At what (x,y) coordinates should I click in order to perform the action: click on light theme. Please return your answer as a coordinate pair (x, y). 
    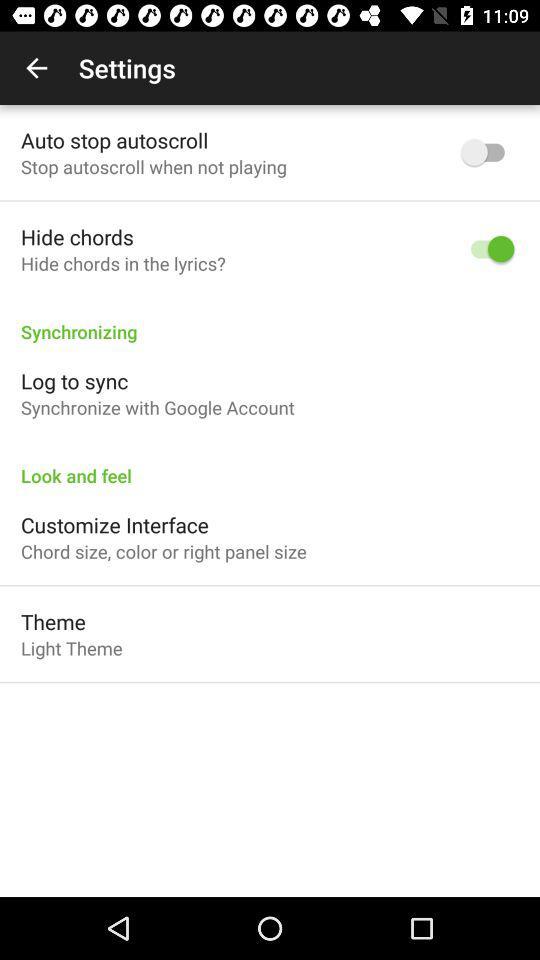
    Looking at the image, I should click on (70, 647).